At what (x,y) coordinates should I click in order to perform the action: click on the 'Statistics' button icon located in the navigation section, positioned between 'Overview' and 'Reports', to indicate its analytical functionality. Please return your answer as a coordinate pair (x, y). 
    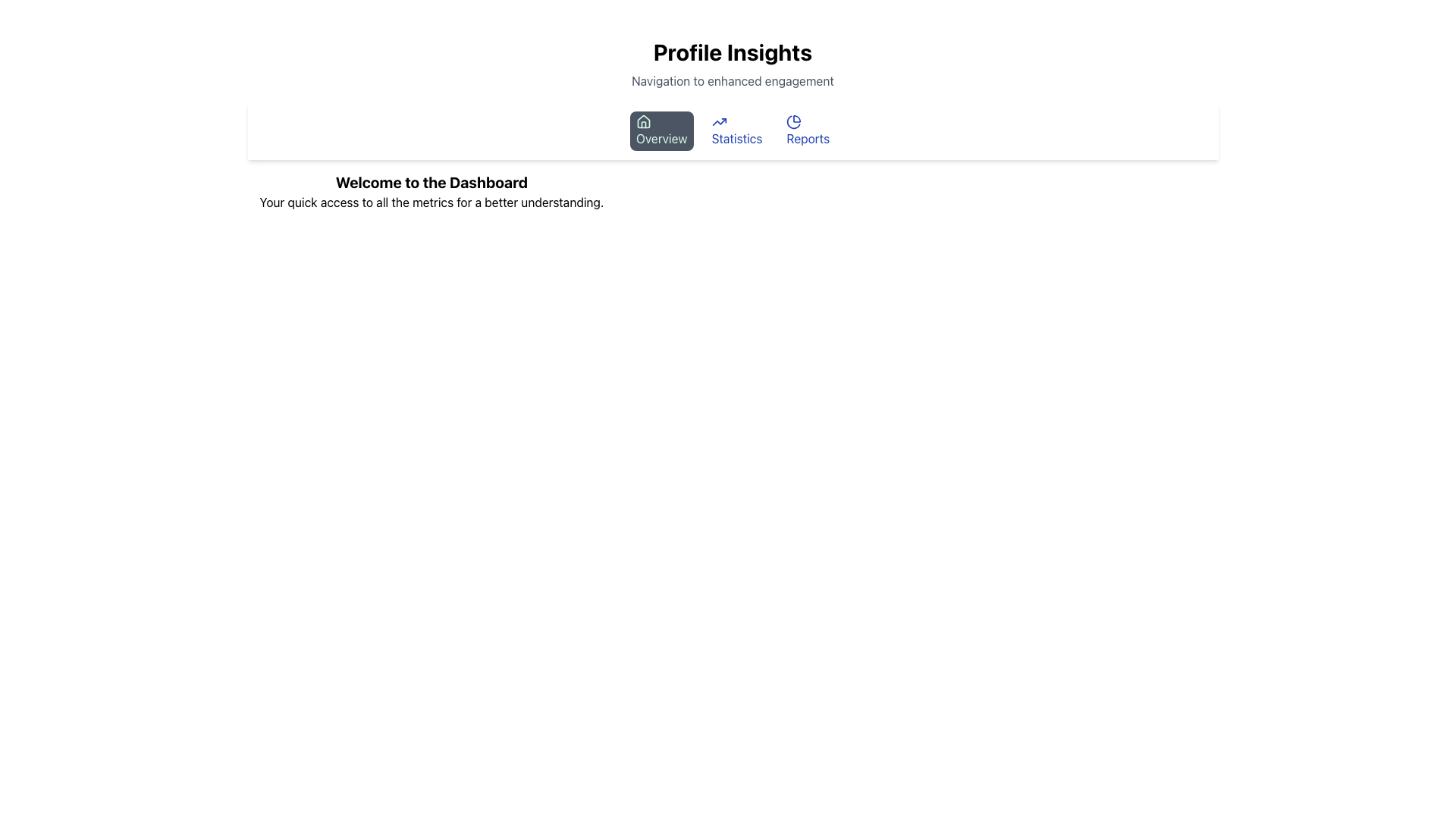
    Looking at the image, I should click on (718, 121).